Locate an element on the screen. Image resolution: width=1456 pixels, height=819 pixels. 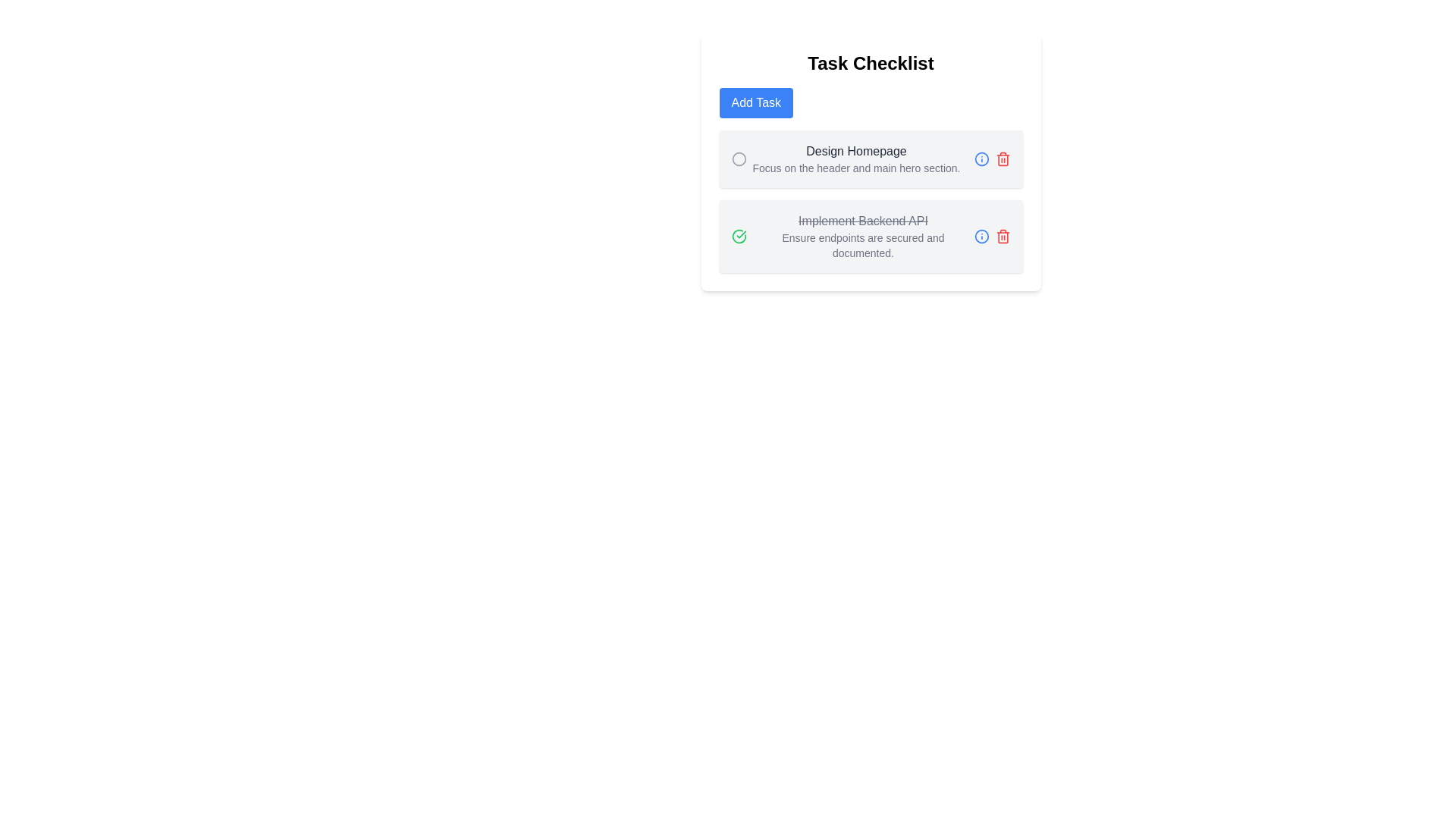
the trash can icon within the delete icon, which is located adjacent to the second task item in the checklist is located at coordinates (1003, 160).